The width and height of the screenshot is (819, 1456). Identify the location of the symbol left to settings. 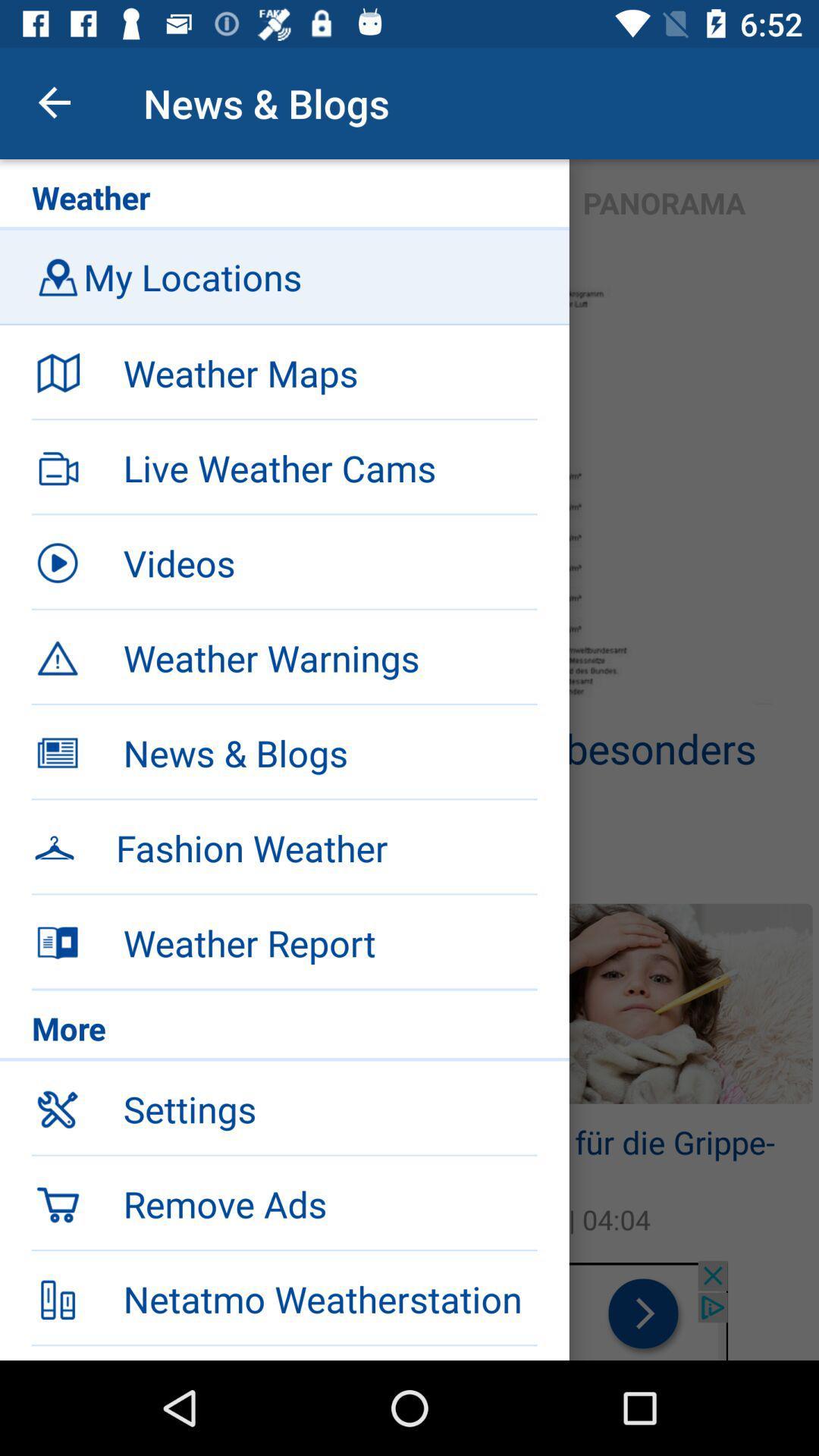
(57, 1109).